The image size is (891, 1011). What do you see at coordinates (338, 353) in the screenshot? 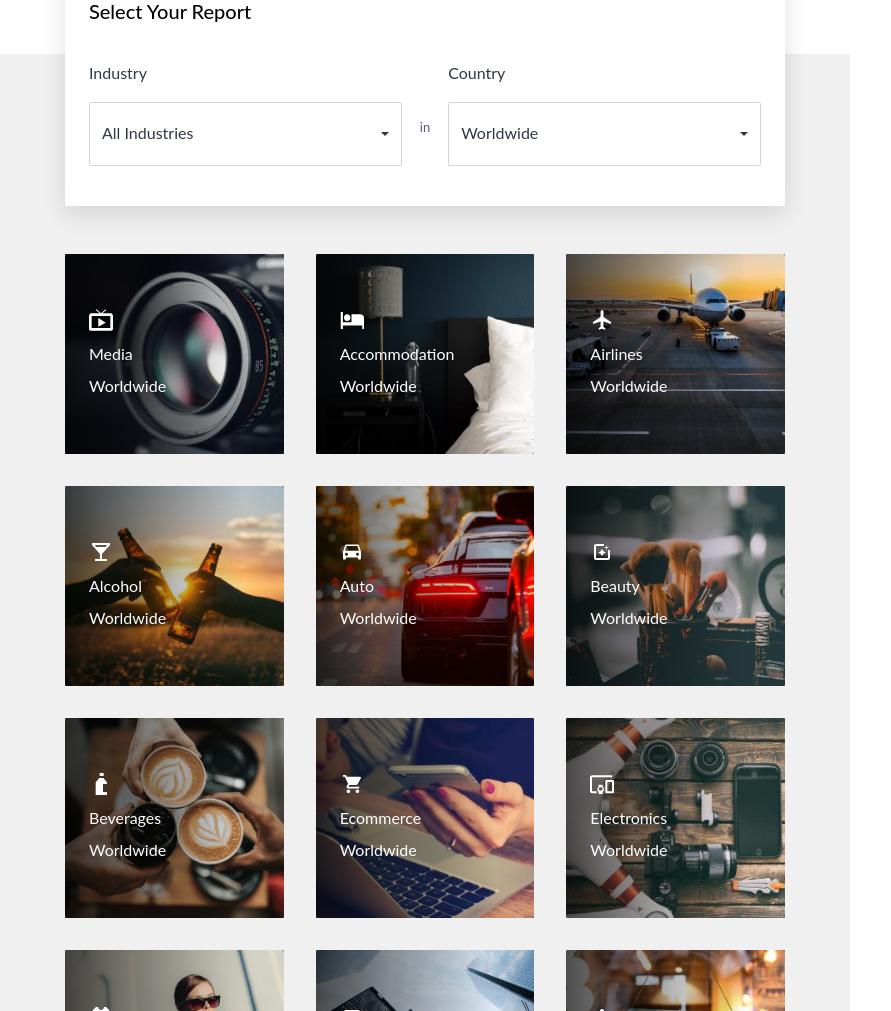
I see `'Accommodation'` at bounding box center [338, 353].